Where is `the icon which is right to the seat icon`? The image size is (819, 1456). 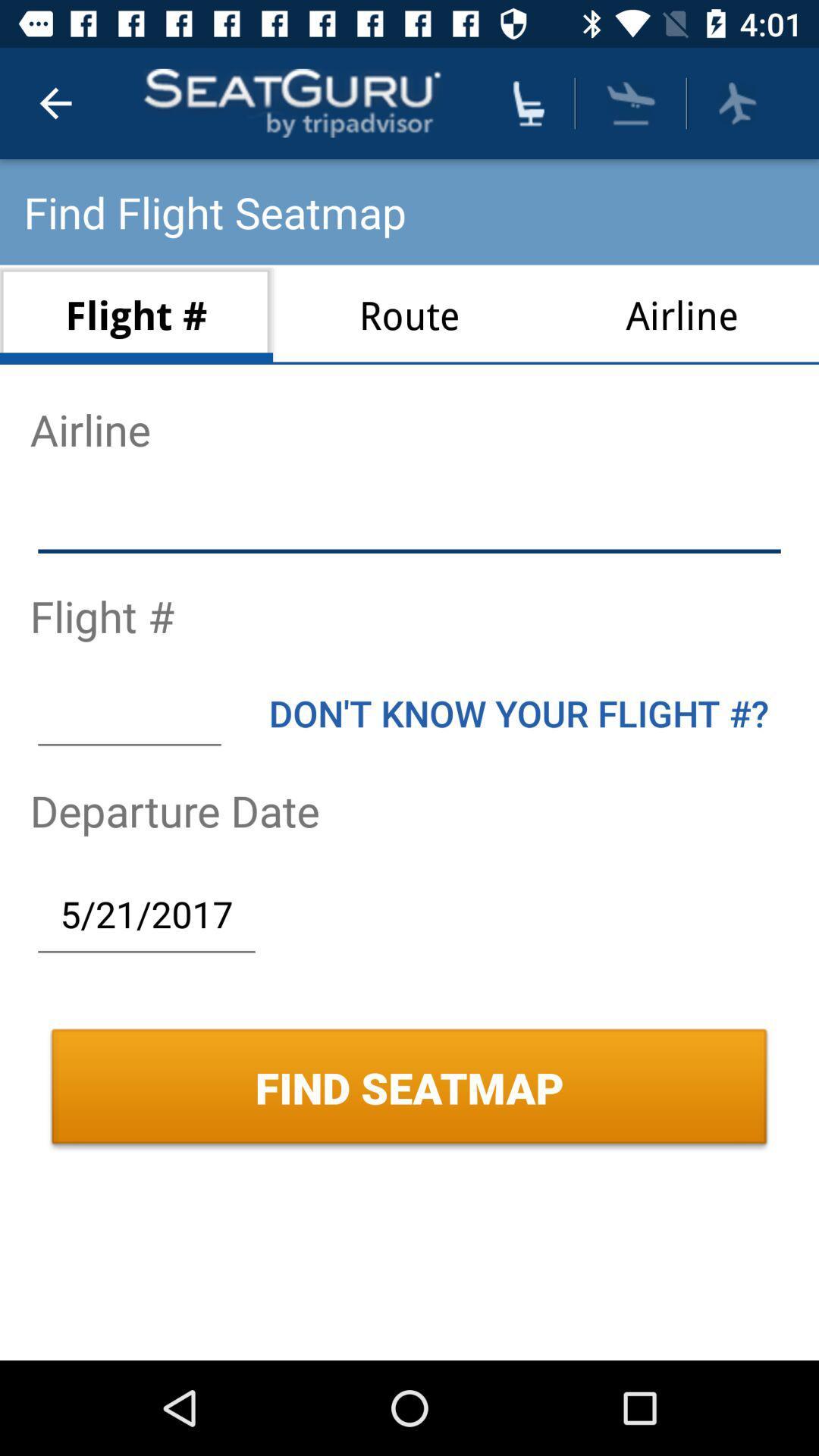
the icon which is right to the seat icon is located at coordinates (632, 102).